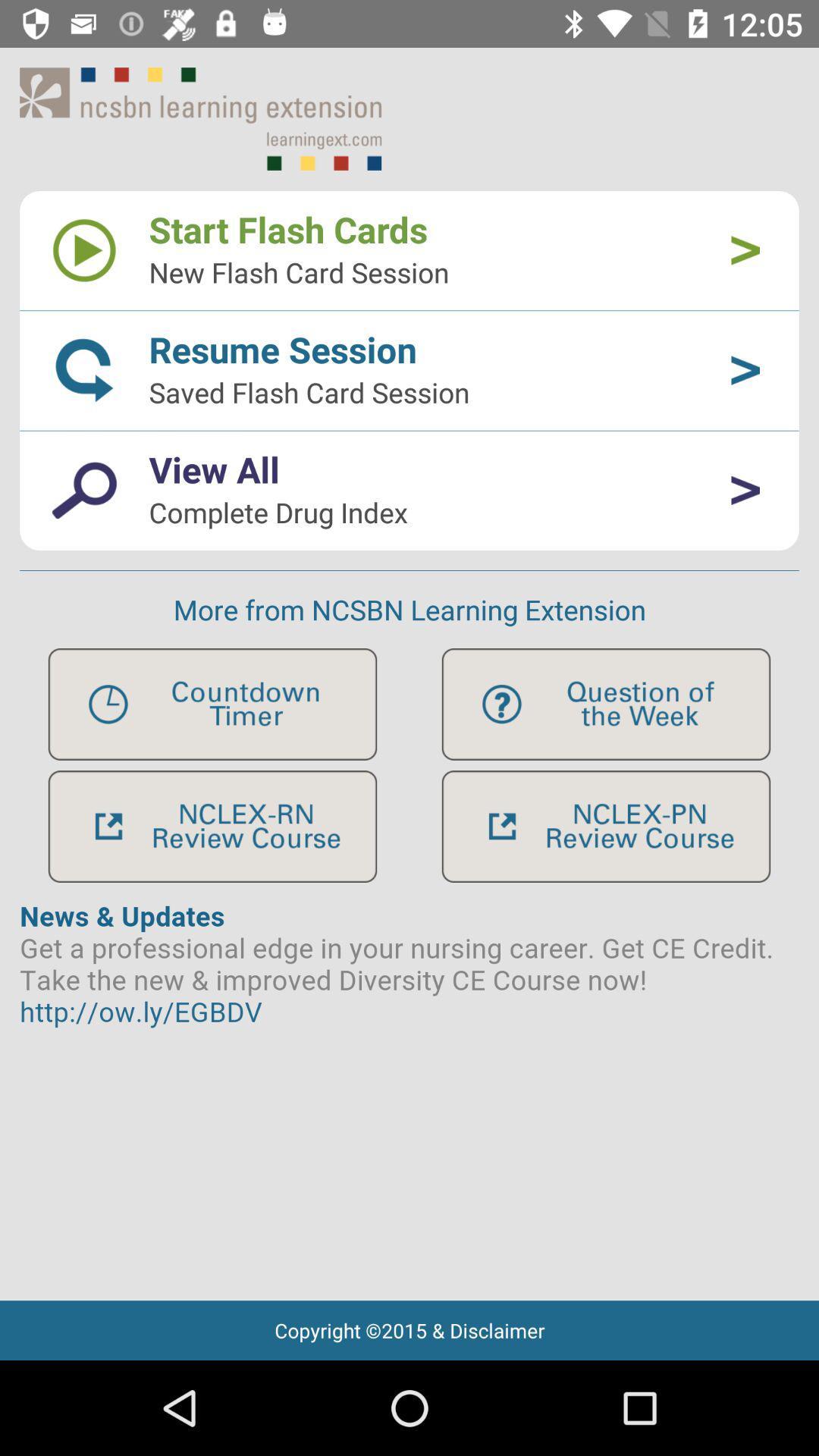 Image resolution: width=819 pixels, height=1456 pixels. What do you see at coordinates (605, 703) in the screenshot?
I see `question` at bounding box center [605, 703].